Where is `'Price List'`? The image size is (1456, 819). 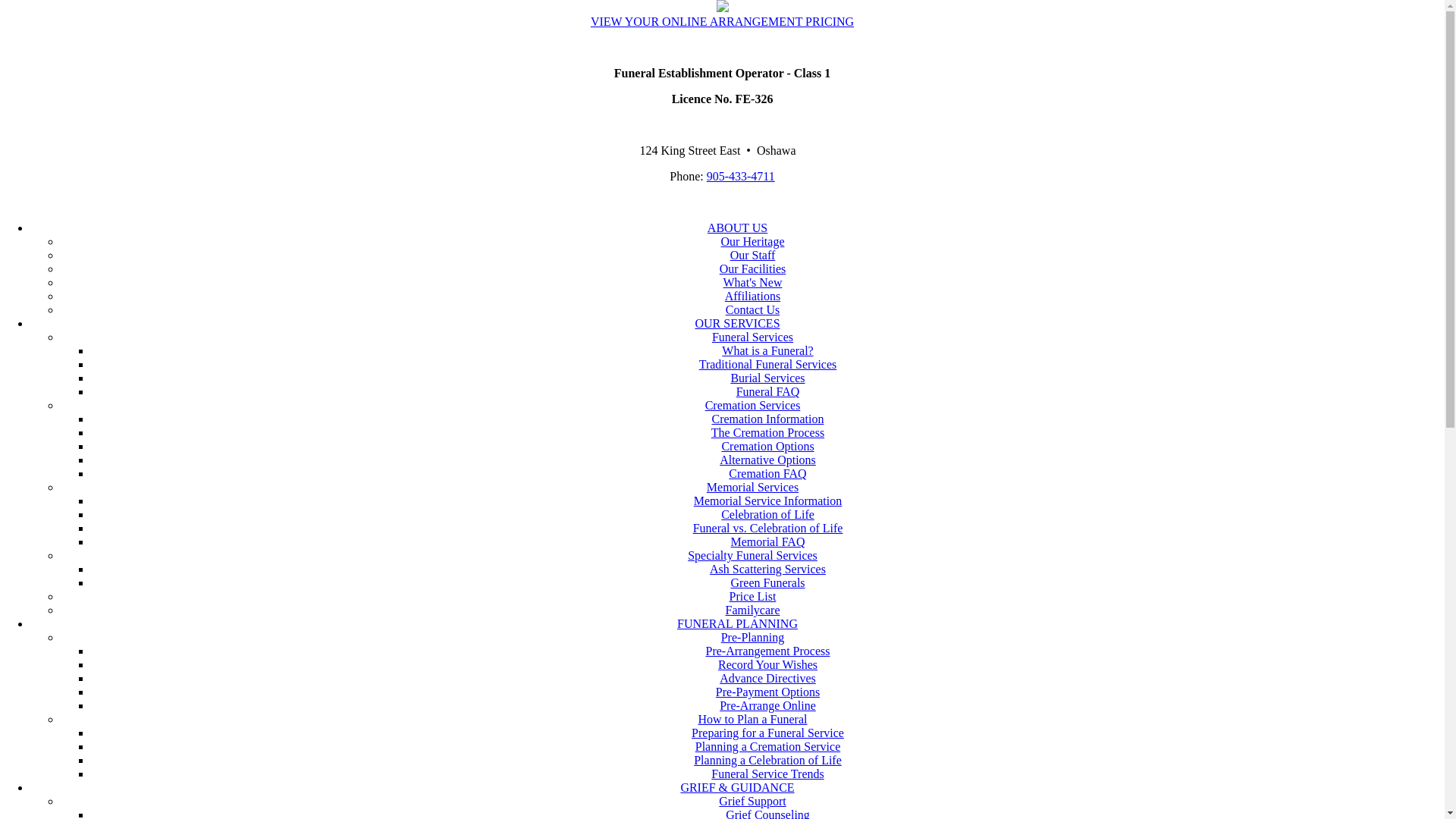
'Price List' is located at coordinates (729, 595).